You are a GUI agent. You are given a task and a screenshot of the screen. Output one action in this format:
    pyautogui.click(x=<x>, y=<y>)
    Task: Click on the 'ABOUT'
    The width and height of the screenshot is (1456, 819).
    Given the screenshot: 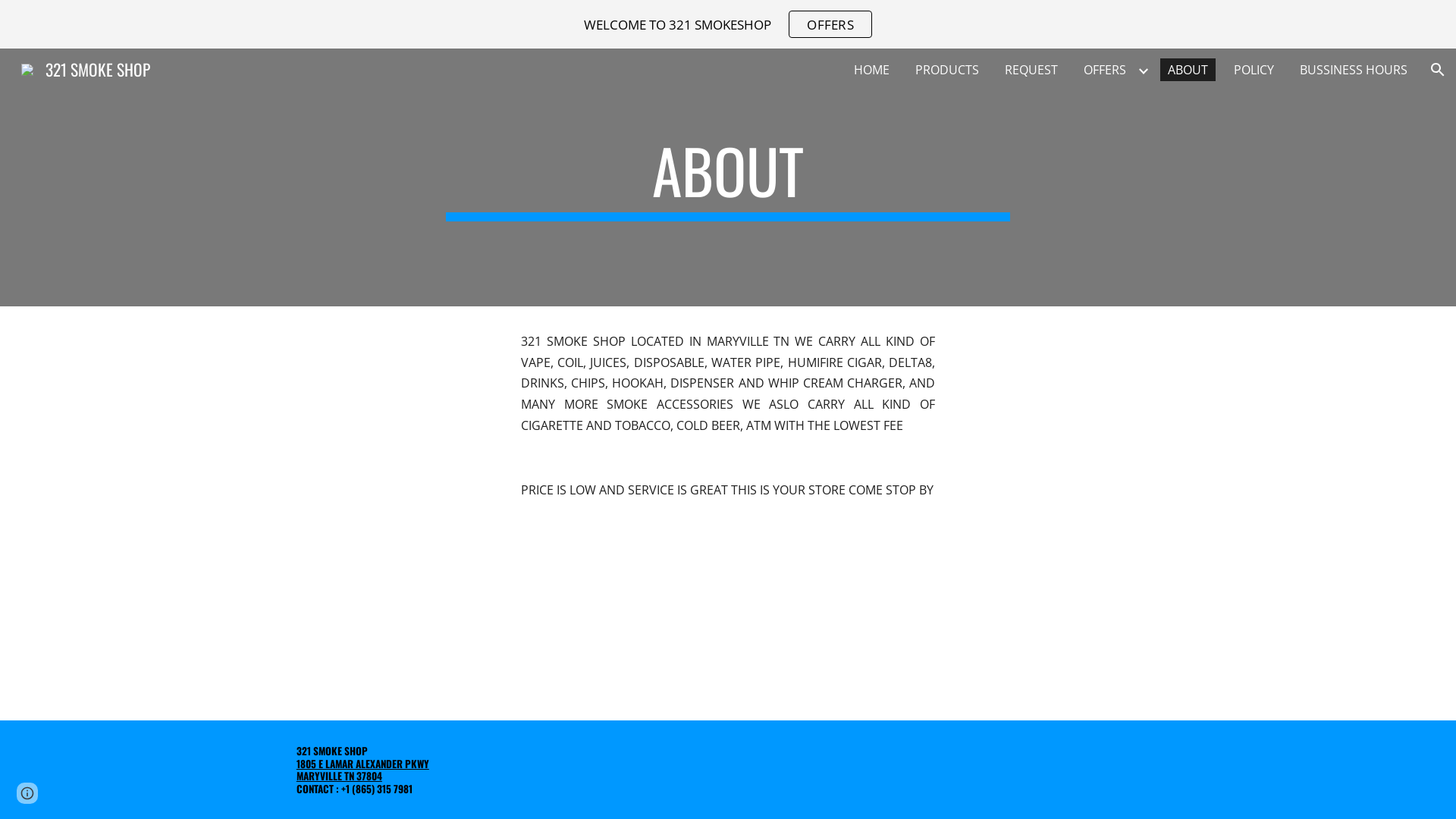 What is the action you would take?
    pyautogui.click(x=1187, y=70)
    